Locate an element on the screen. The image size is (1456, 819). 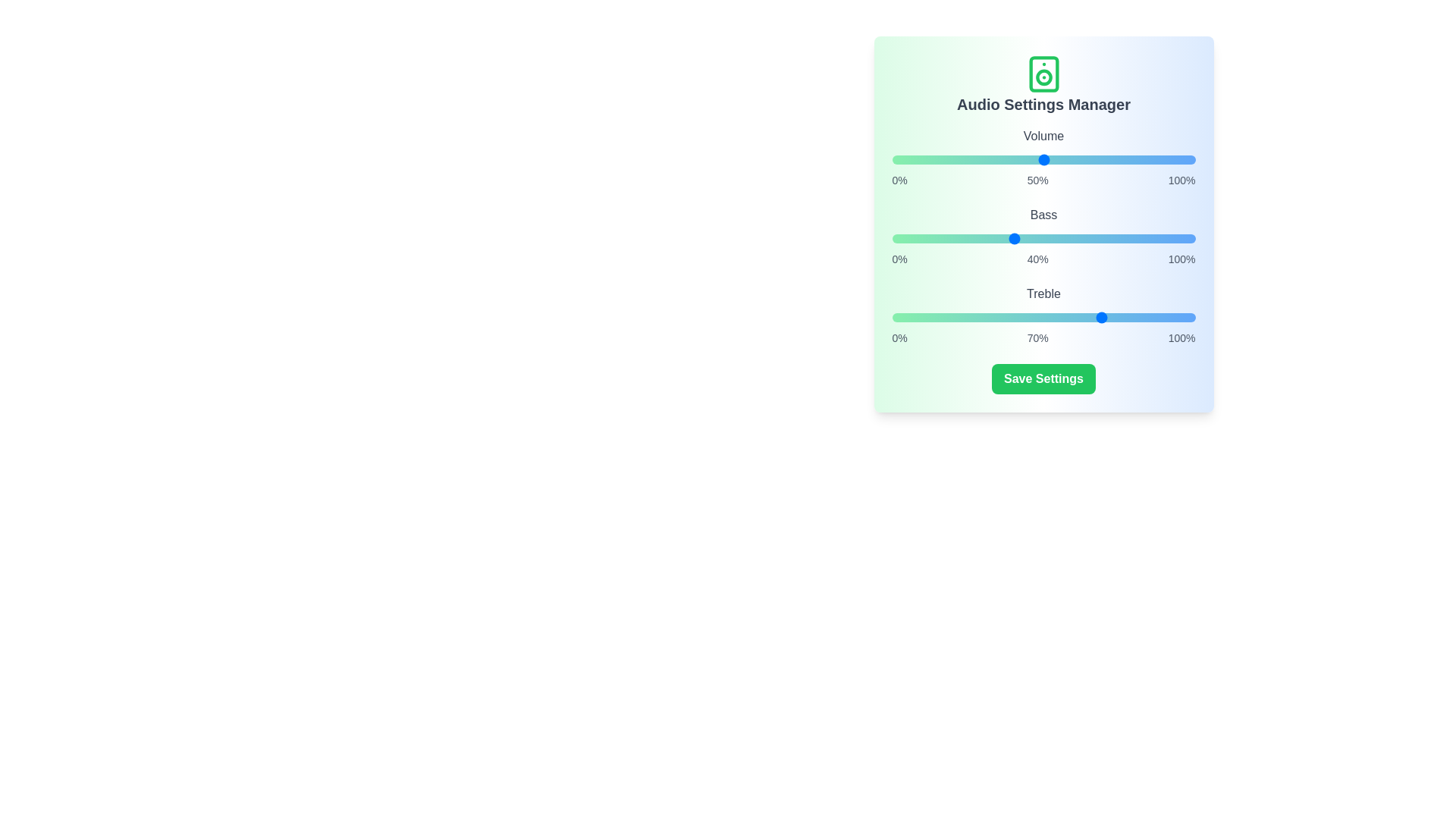
the volume slider to 71% is located at coordinates (1107, 160).